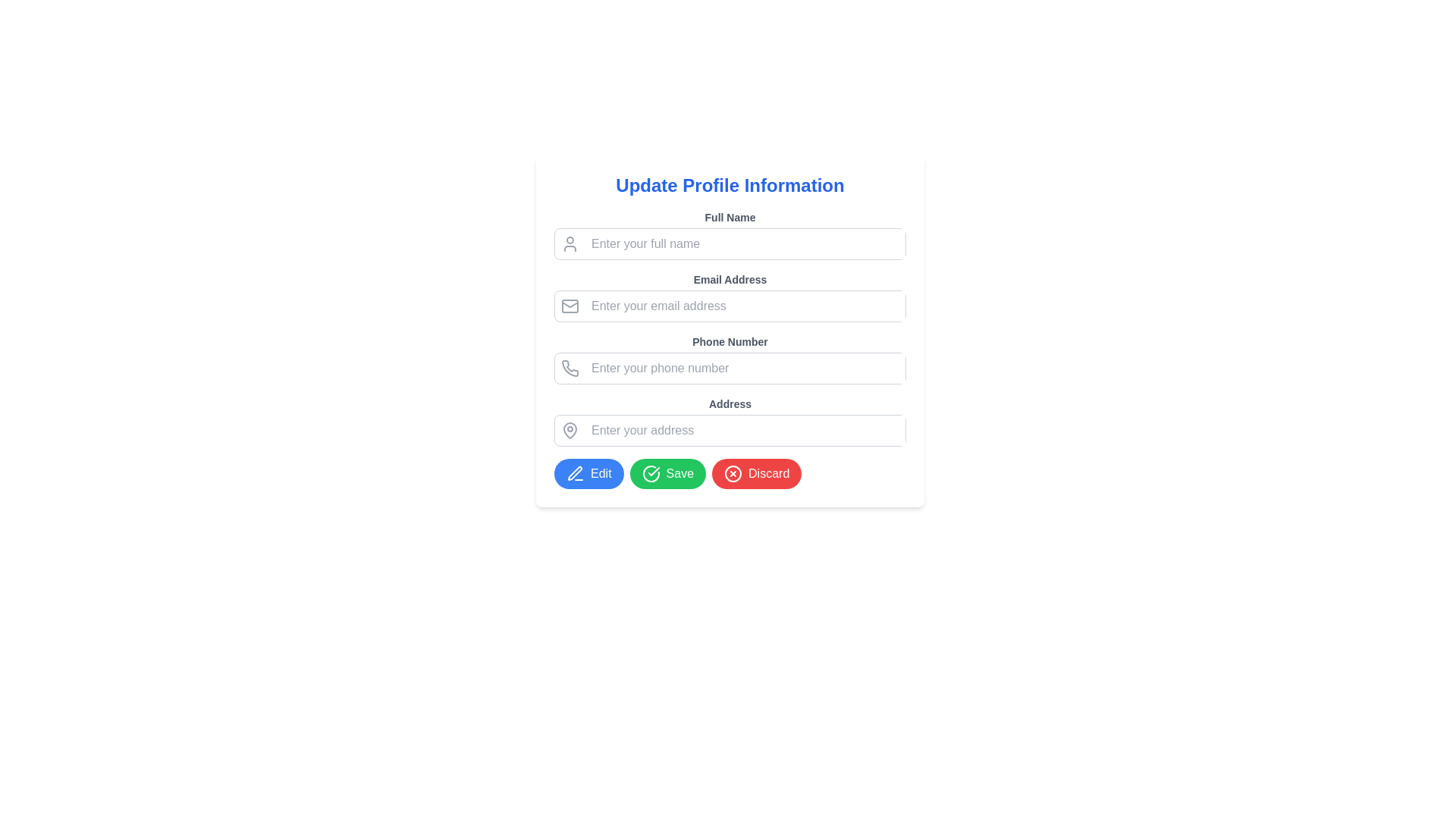 This screenshot has width=1456, height=819. I want to click on the 'Phone Number' text label in the 'Update Profile Information' form, which is the third label above the phone number input field, so click(730, 342).